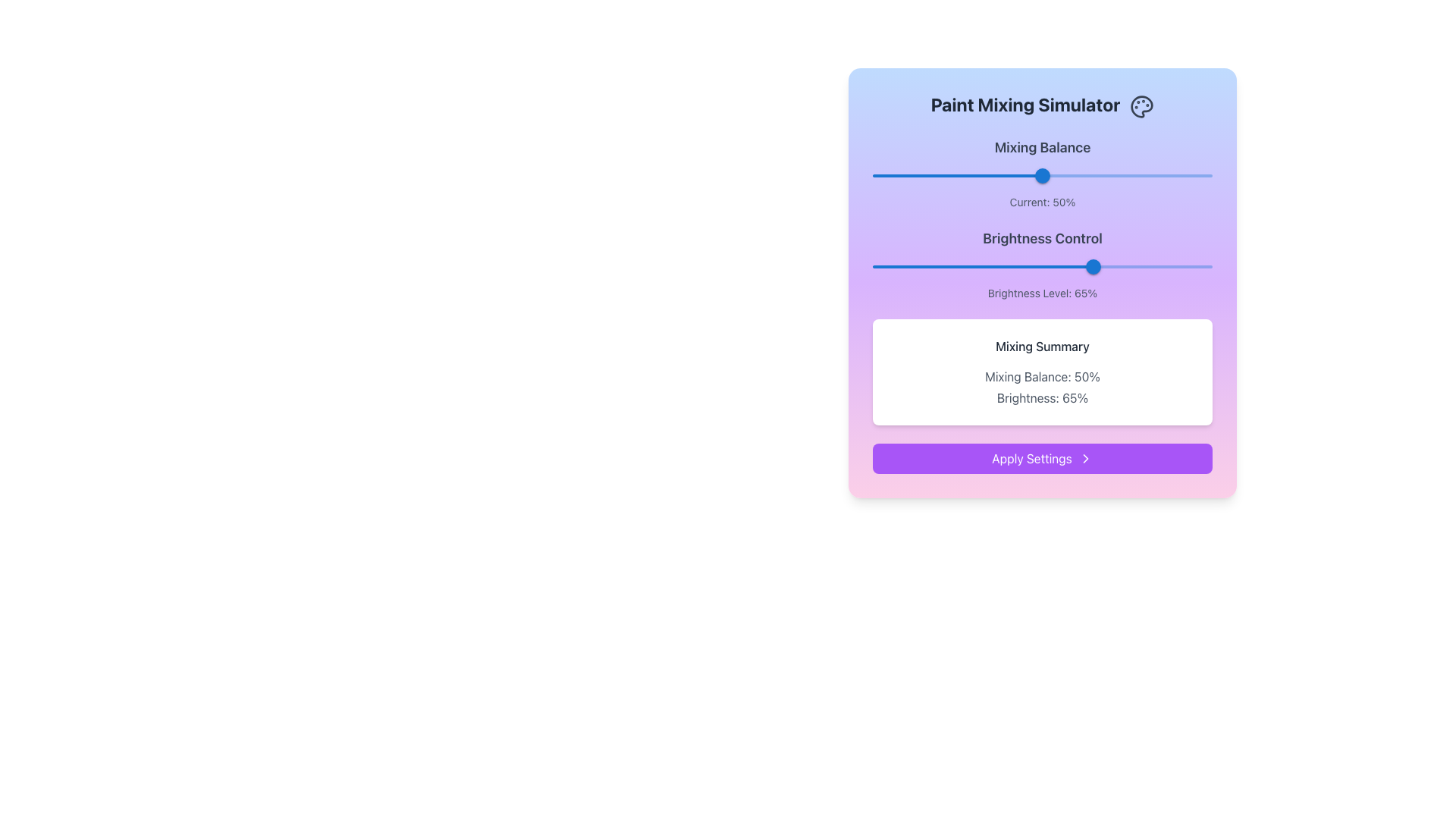 The image size is (1456, 819). Describe the element at coordinates (899, 174) in the screenshot. I see `the Mixing Balance slider` at that location.